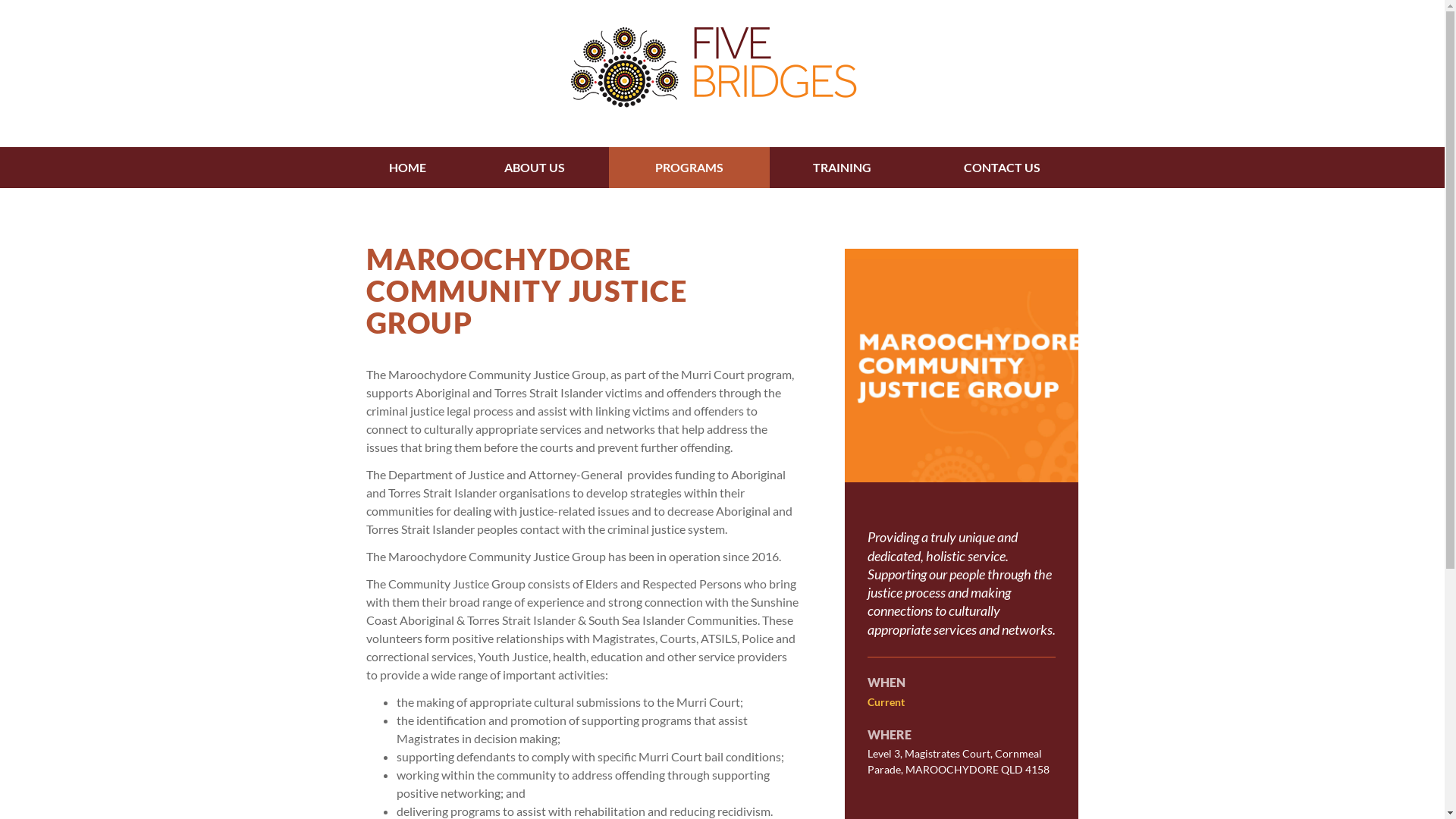  Describe the element at coordinates (407, 167) in the screenshot. I see `'HOME'` at that location.